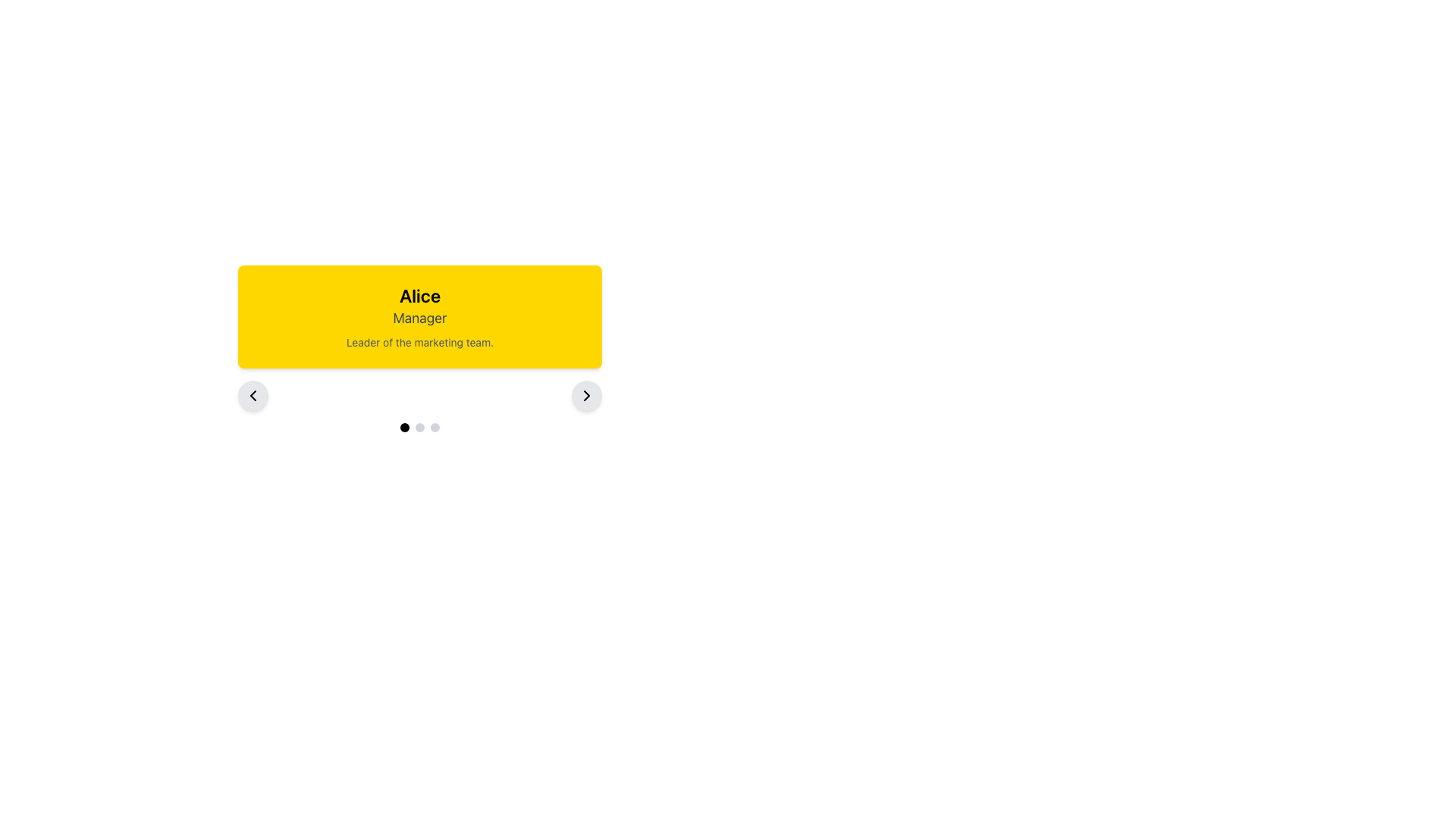  I want to click on the rightward arrow icon, which is a triangular chevron styled in black, located at the bottom-right of the highlighted card, so click(585, 394).